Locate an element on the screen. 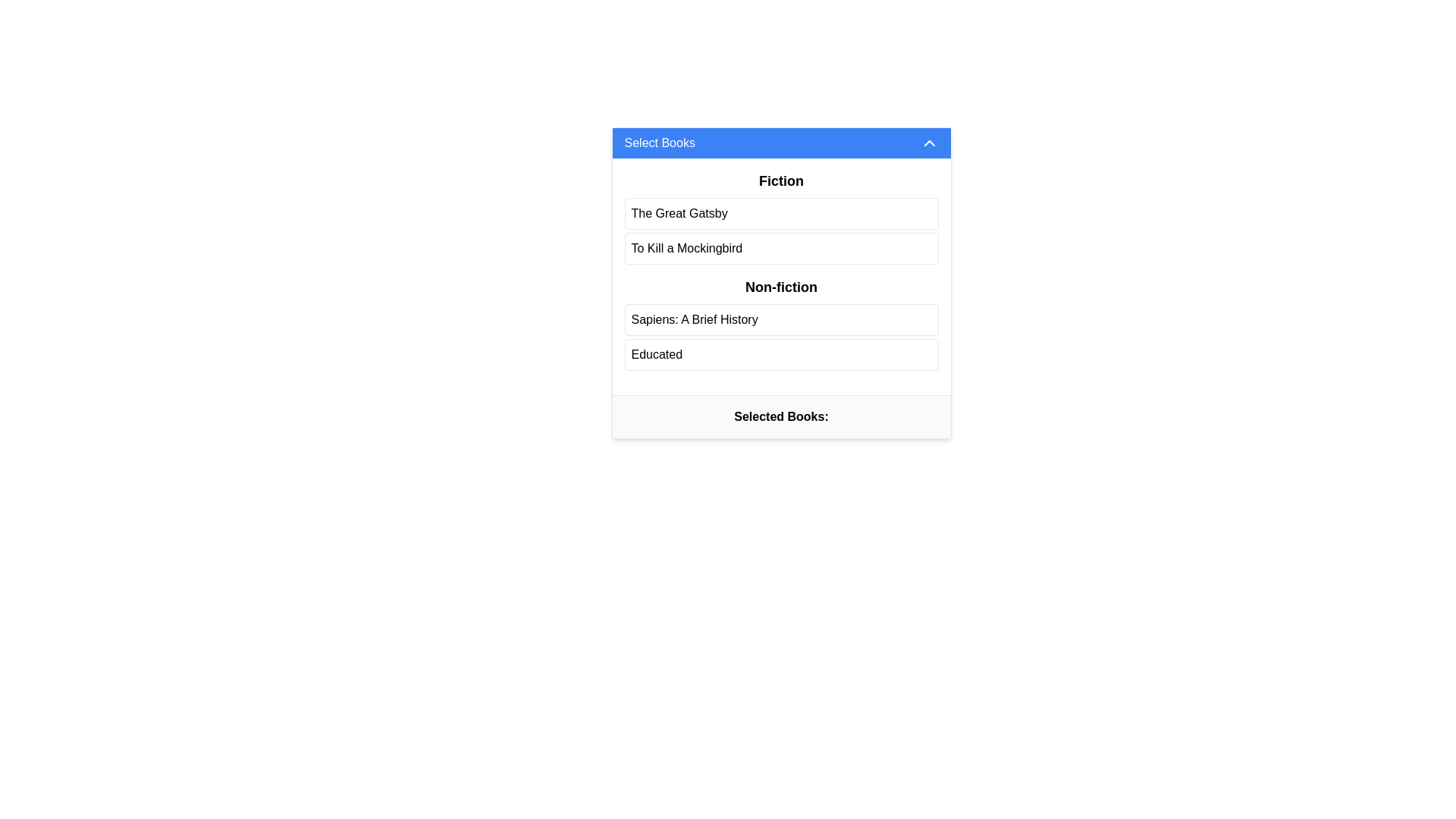 This screenshot has width=1456, height=819. the bold text label that reads 'Non-fiction', which is visually distinct as a header or category title, located centrally in the interface is located at coordinates (781, 287).